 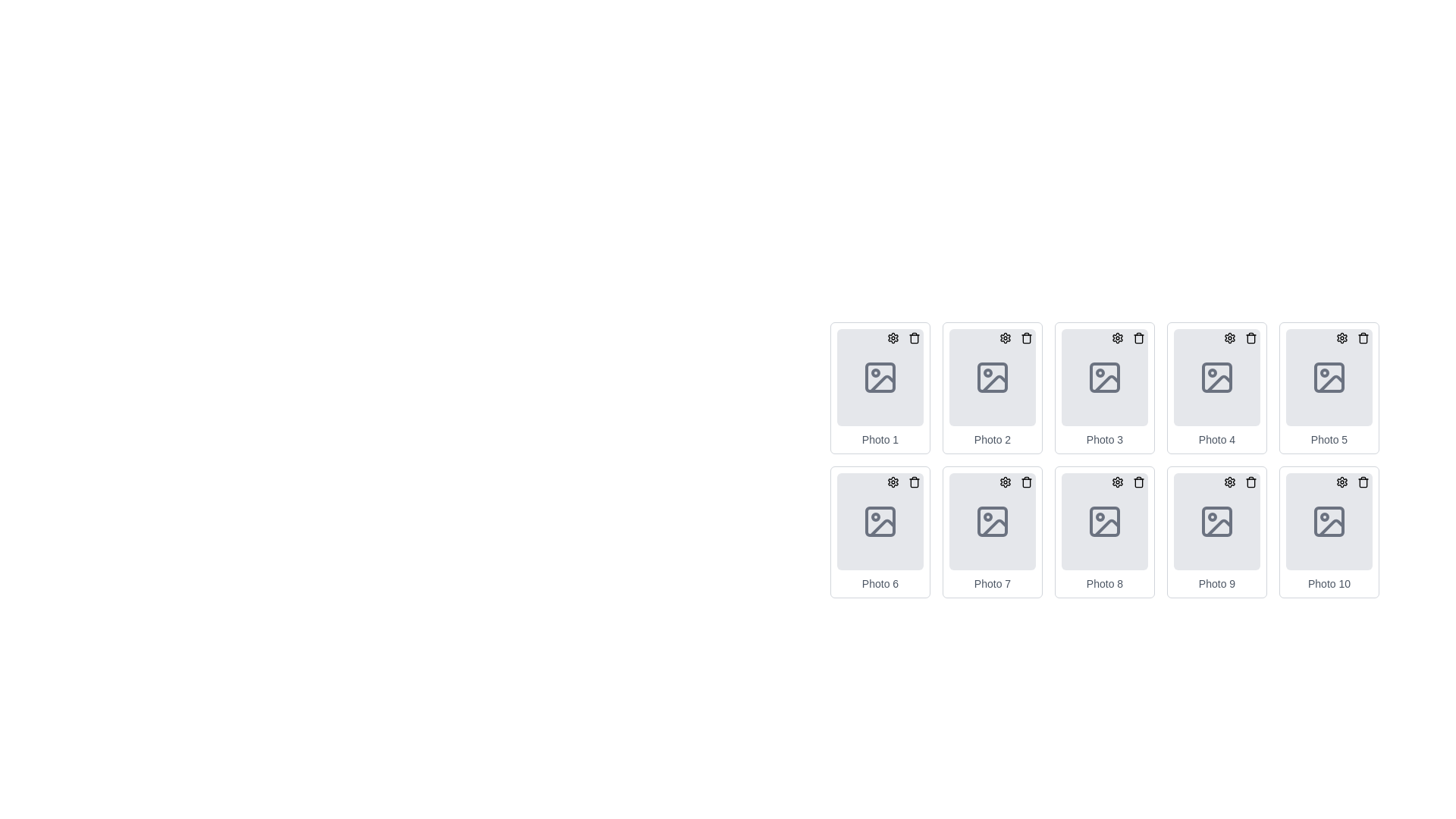 What do you see at coordinates (1328, 583) in the screenshot?
I see `the text label or caption located at the bottom center of the tenth photo placeholder, which identifies or describes the corresponding image` at bounding box center [1328, 583].